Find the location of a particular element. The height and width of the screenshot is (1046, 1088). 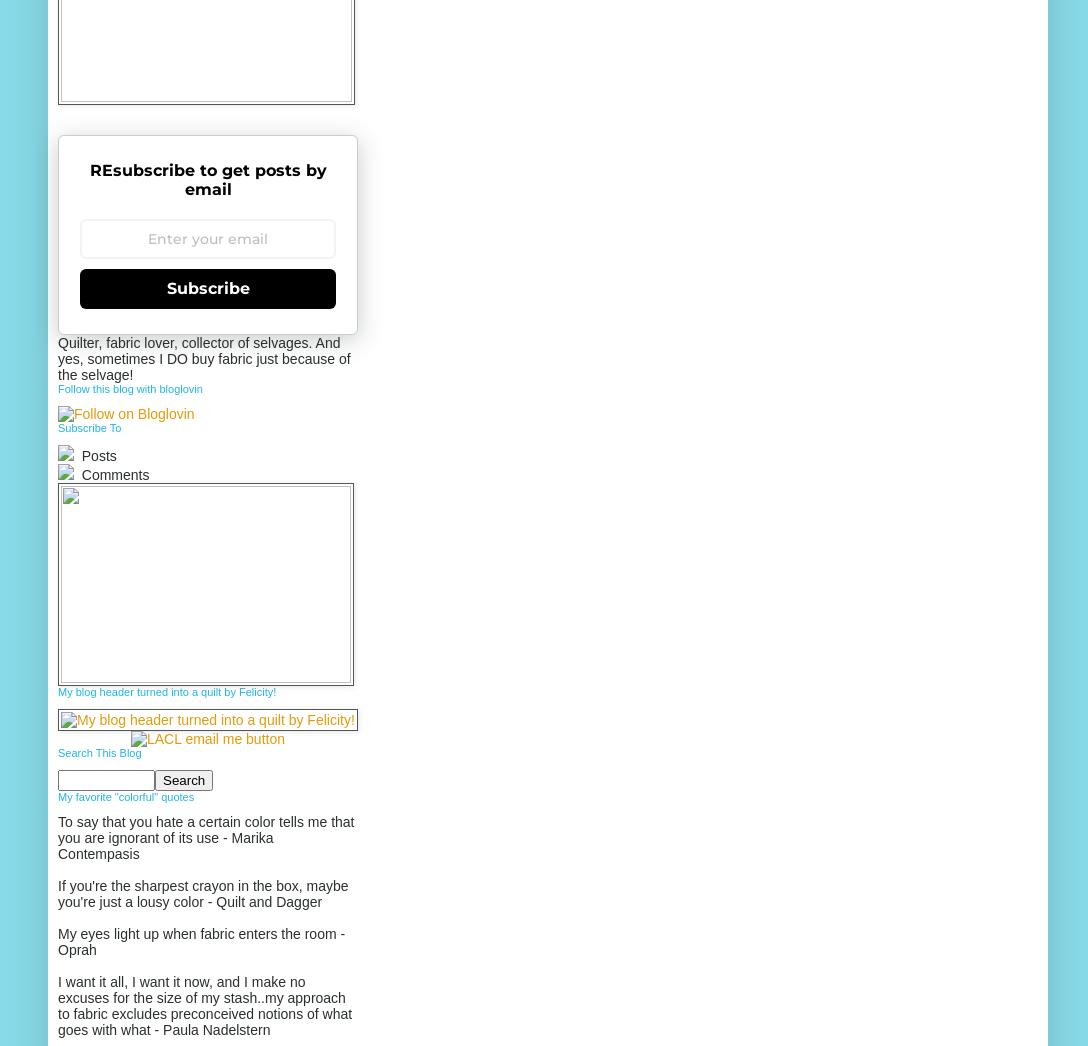

'Comments' is located at coordinates (113, 474).